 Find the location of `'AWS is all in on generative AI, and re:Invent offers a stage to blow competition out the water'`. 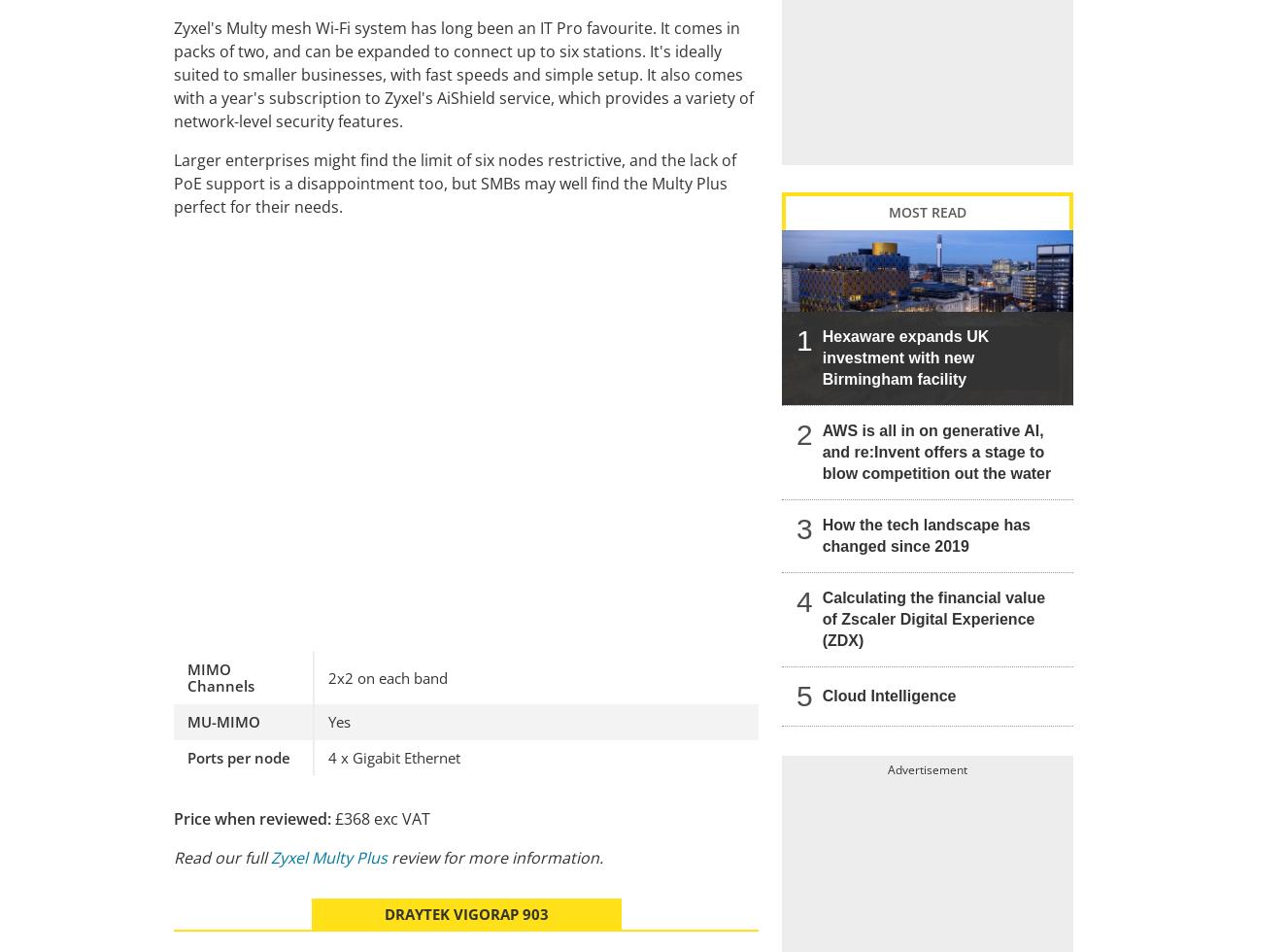

'AWS is all in on generative AI, and re:Invent offers a stage to blow competition out the water' is located at coordinates (935, 451).